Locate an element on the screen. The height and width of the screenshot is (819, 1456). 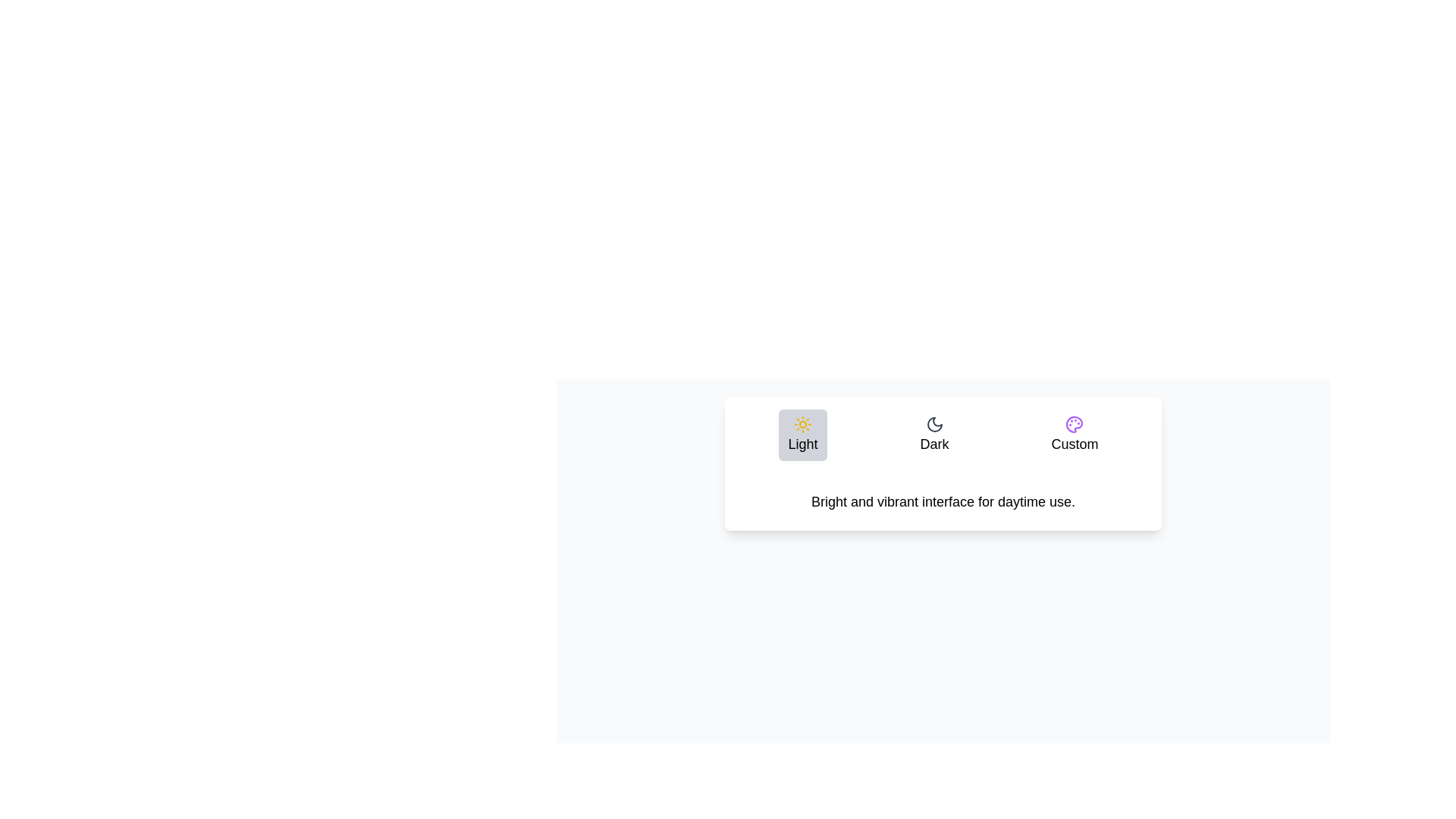
the Dark tab to observe its hover effect is located at coordinates (934, 435).